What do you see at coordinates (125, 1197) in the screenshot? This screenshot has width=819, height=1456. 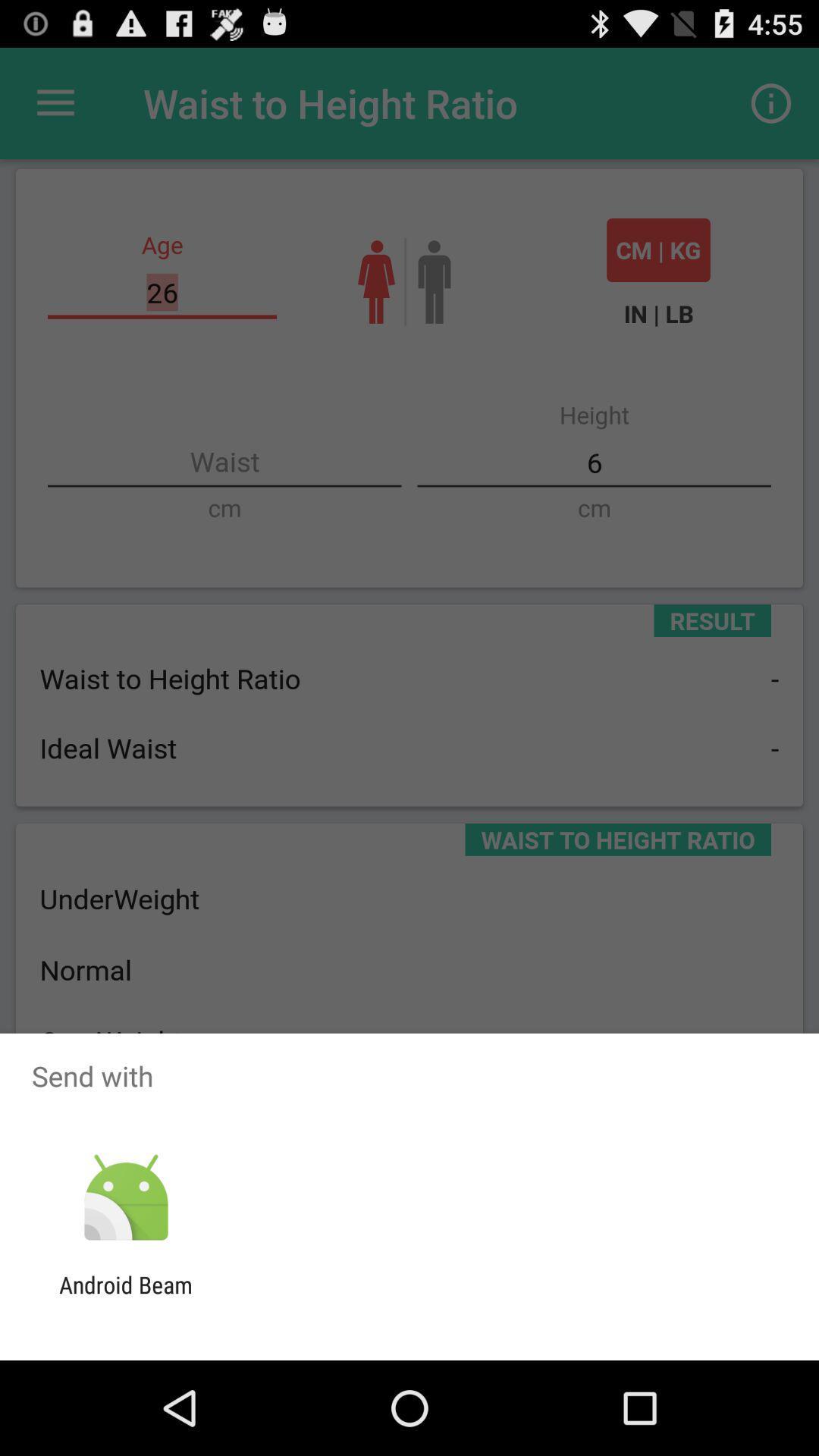 I see `item above android beam icon` at bounding box center [125, 1197].